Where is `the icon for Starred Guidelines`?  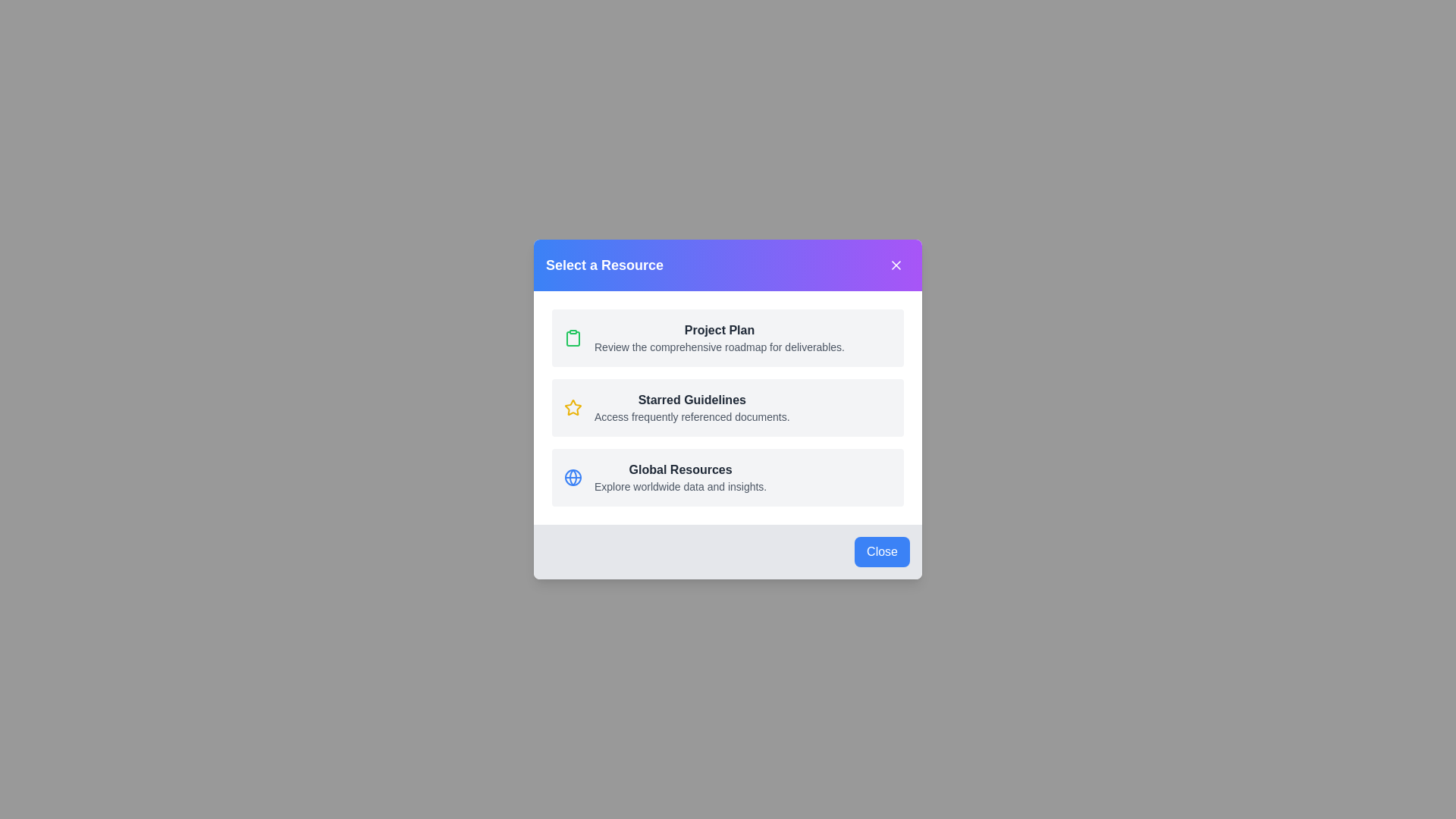 the icon for Starred Guidelines is located at coordinates (572, 406).